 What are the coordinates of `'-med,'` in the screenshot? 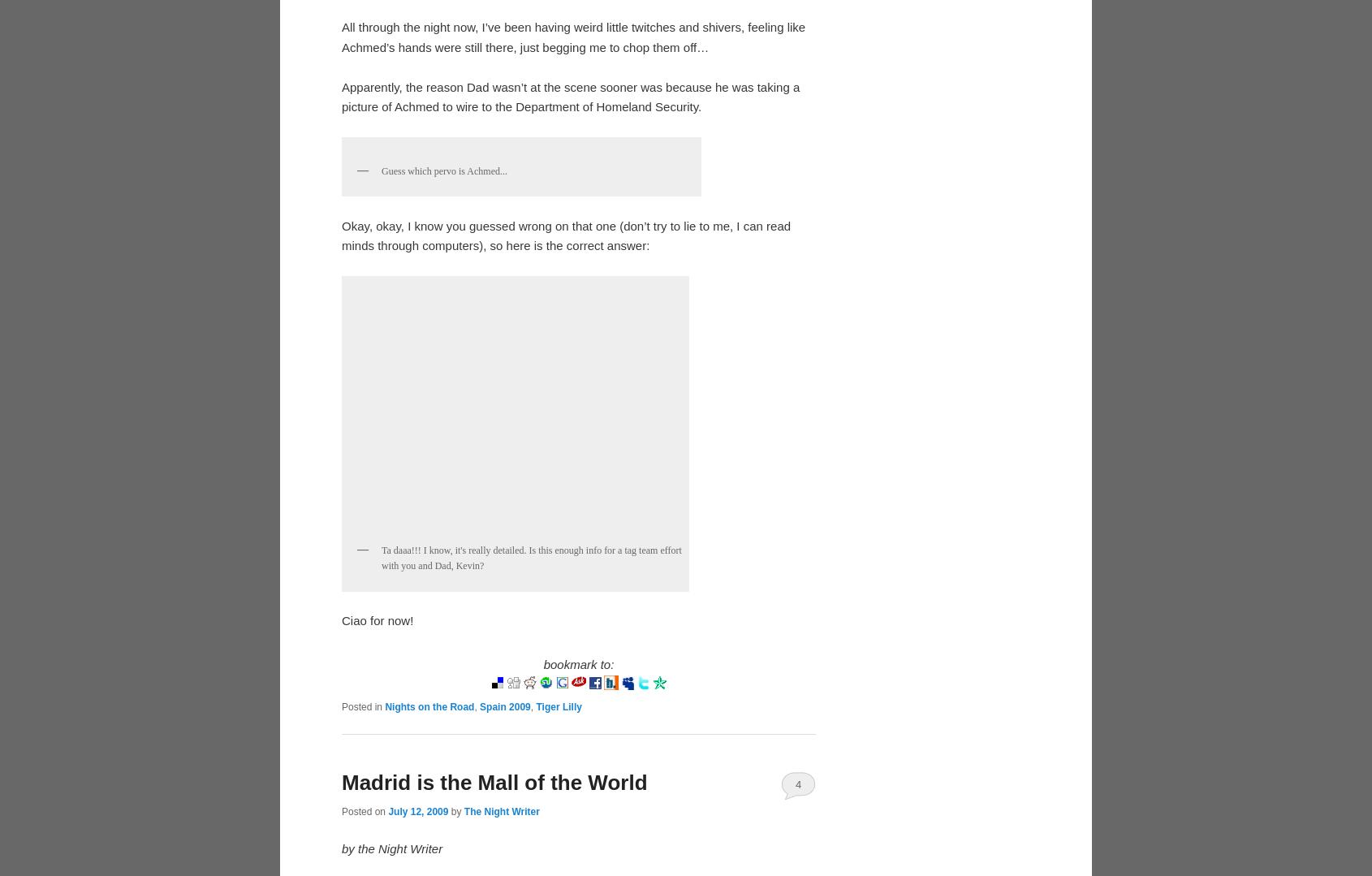 It's located at (572, 25).